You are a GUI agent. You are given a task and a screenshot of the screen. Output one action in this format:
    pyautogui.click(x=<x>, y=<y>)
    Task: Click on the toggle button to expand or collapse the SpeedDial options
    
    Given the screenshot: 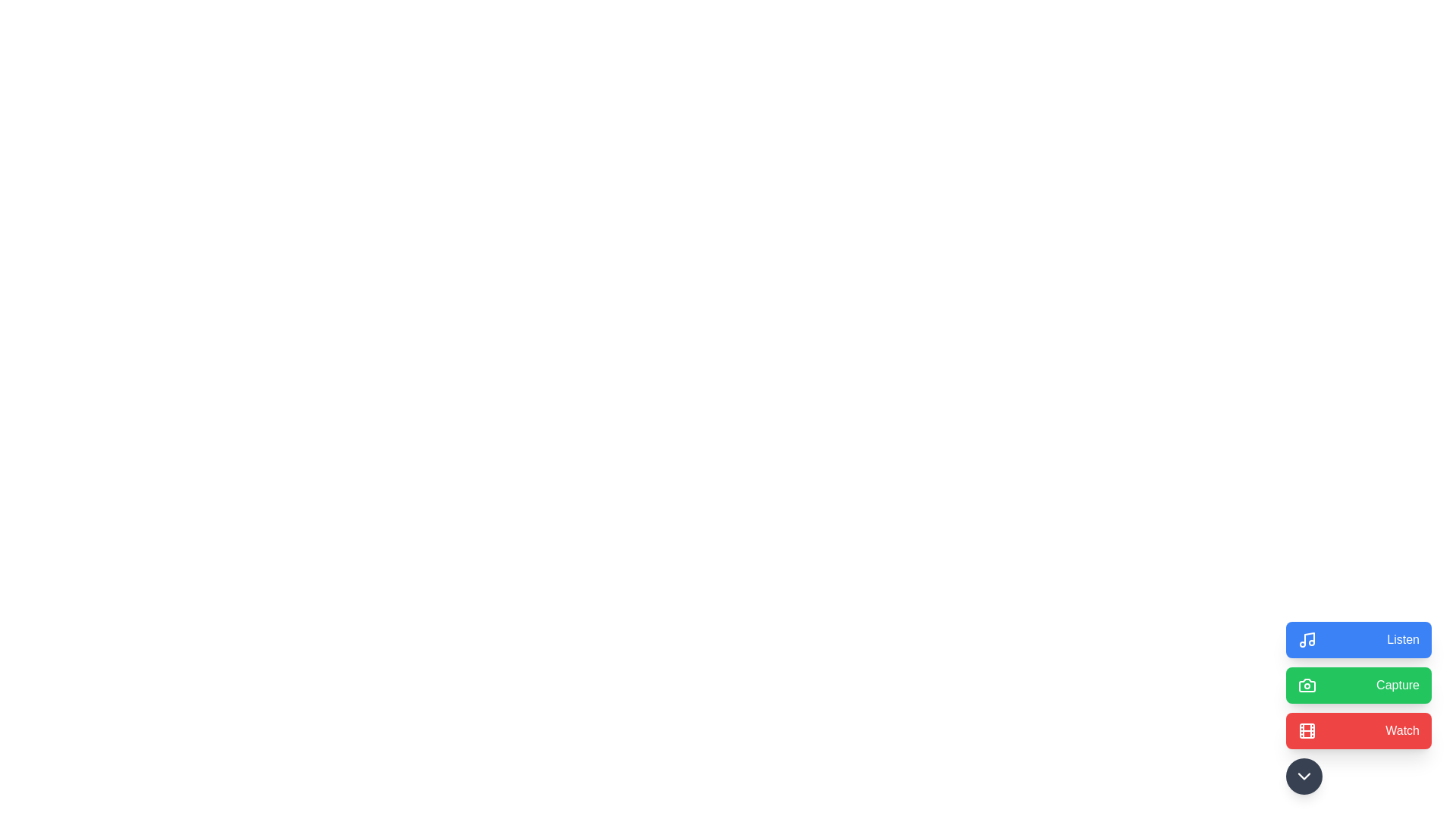 What is the action you would take?
    pyautogui.click(x=1303, y=776)
    